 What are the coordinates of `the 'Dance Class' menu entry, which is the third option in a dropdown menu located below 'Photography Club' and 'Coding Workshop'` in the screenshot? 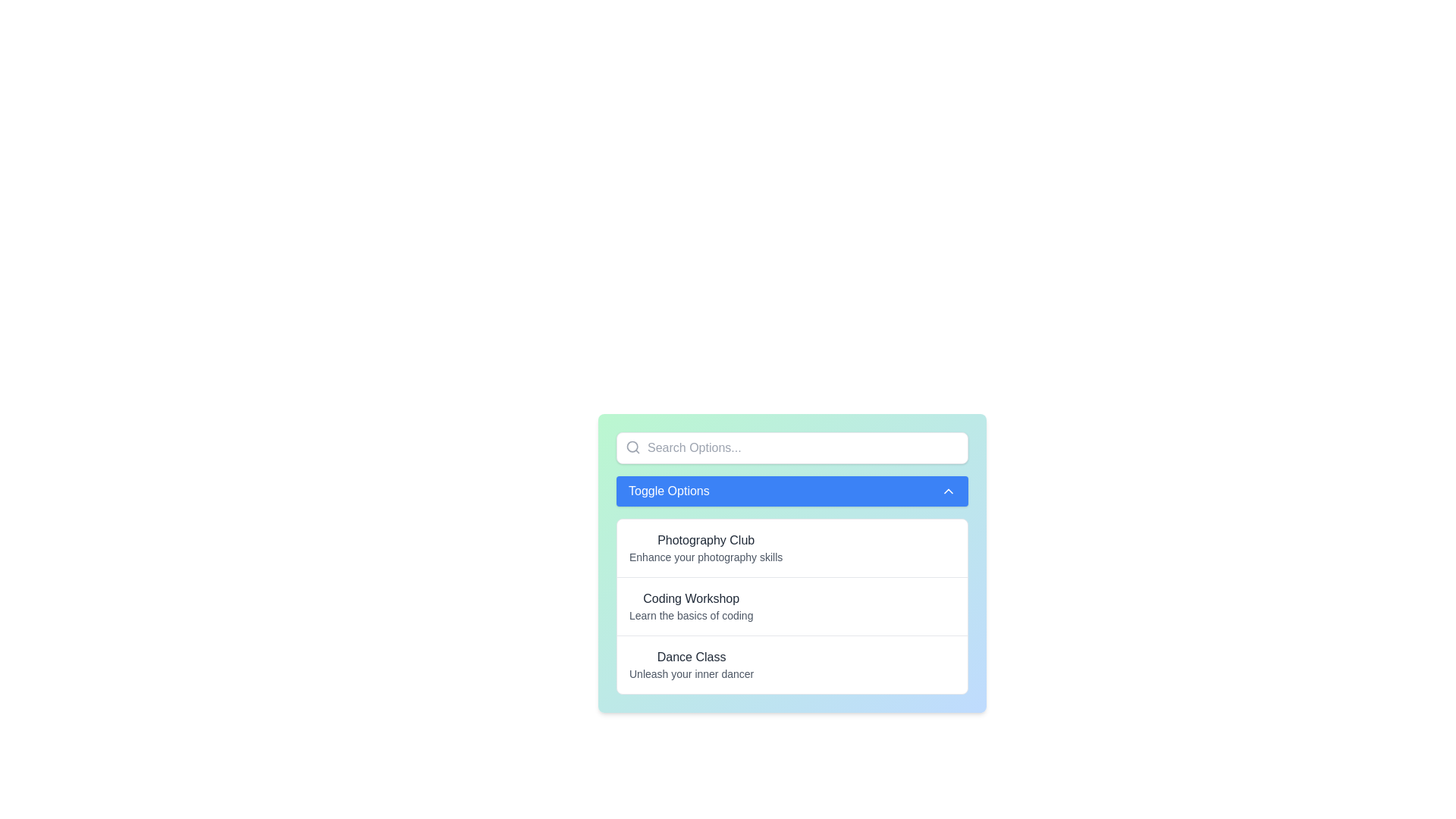 It's located at (691, 664).